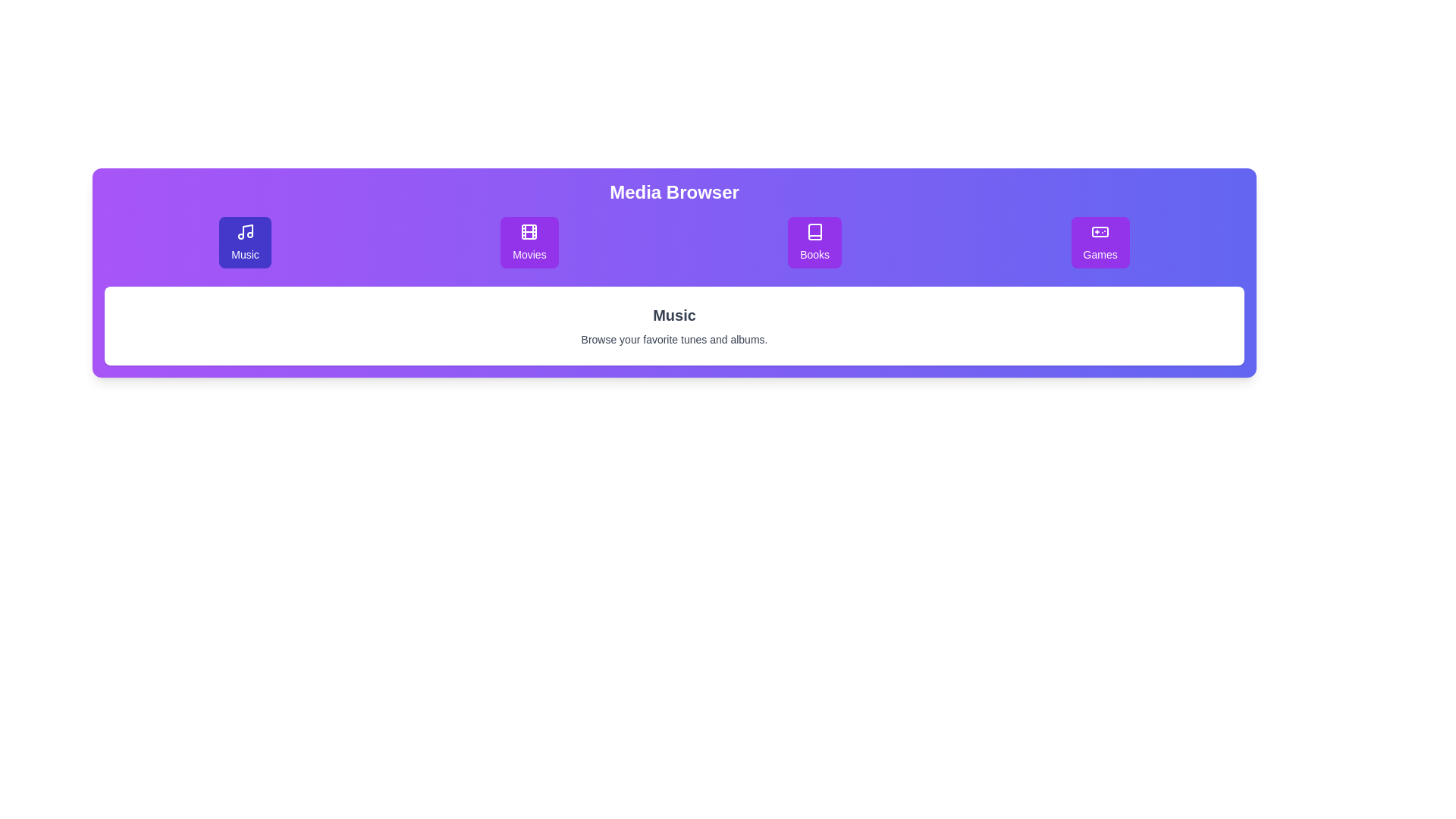 Image resolution: width=1456 pixels, height=819 pixels. Describe the element at coordinates (814, 231) in the screenshot. I see `the 'Books' icon in the navigation bar` at that location.